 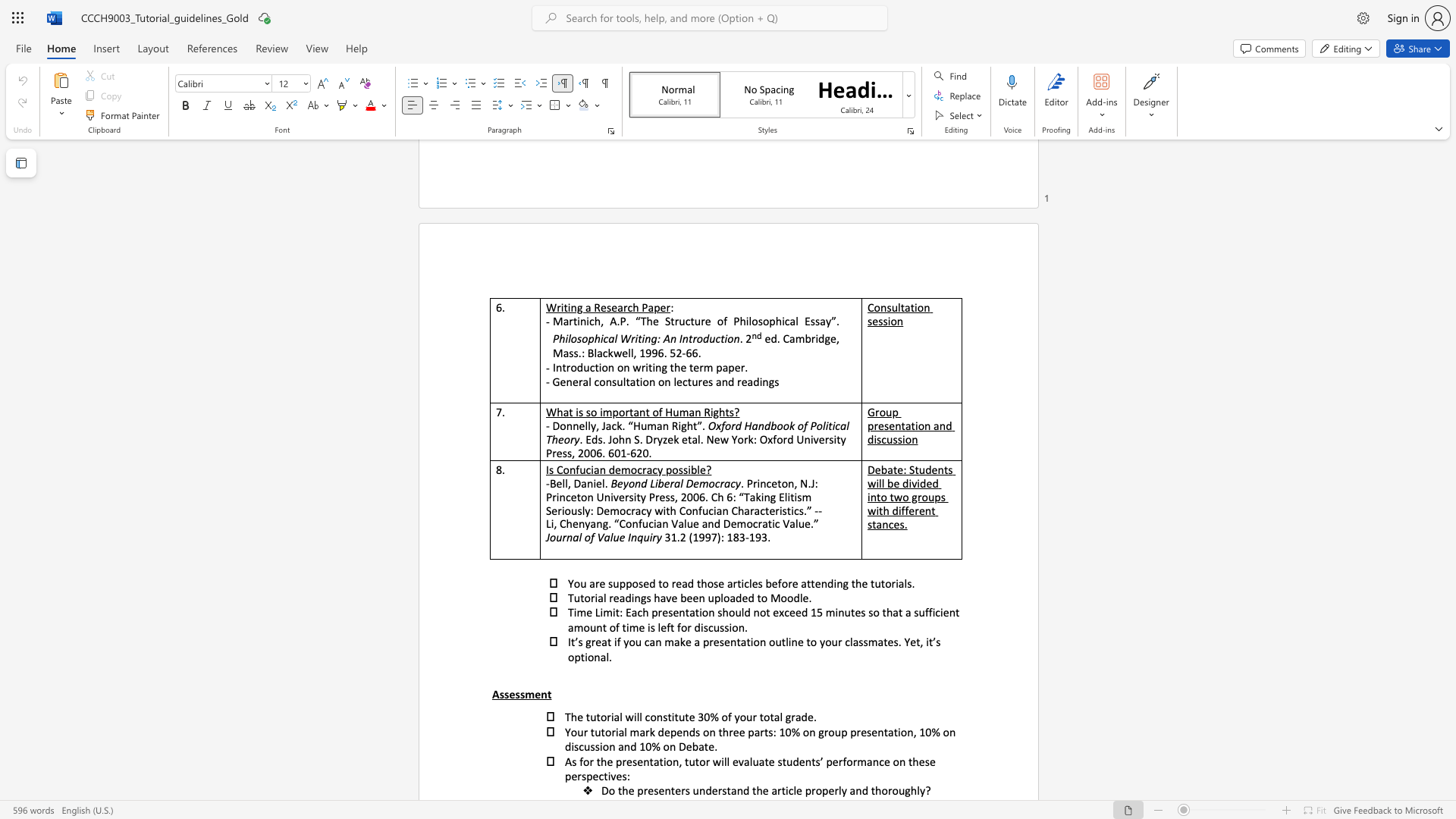 I want to click on the subset text "l of Value" within the text "Journal of Value Inquiry", so click(x=578, y=536).